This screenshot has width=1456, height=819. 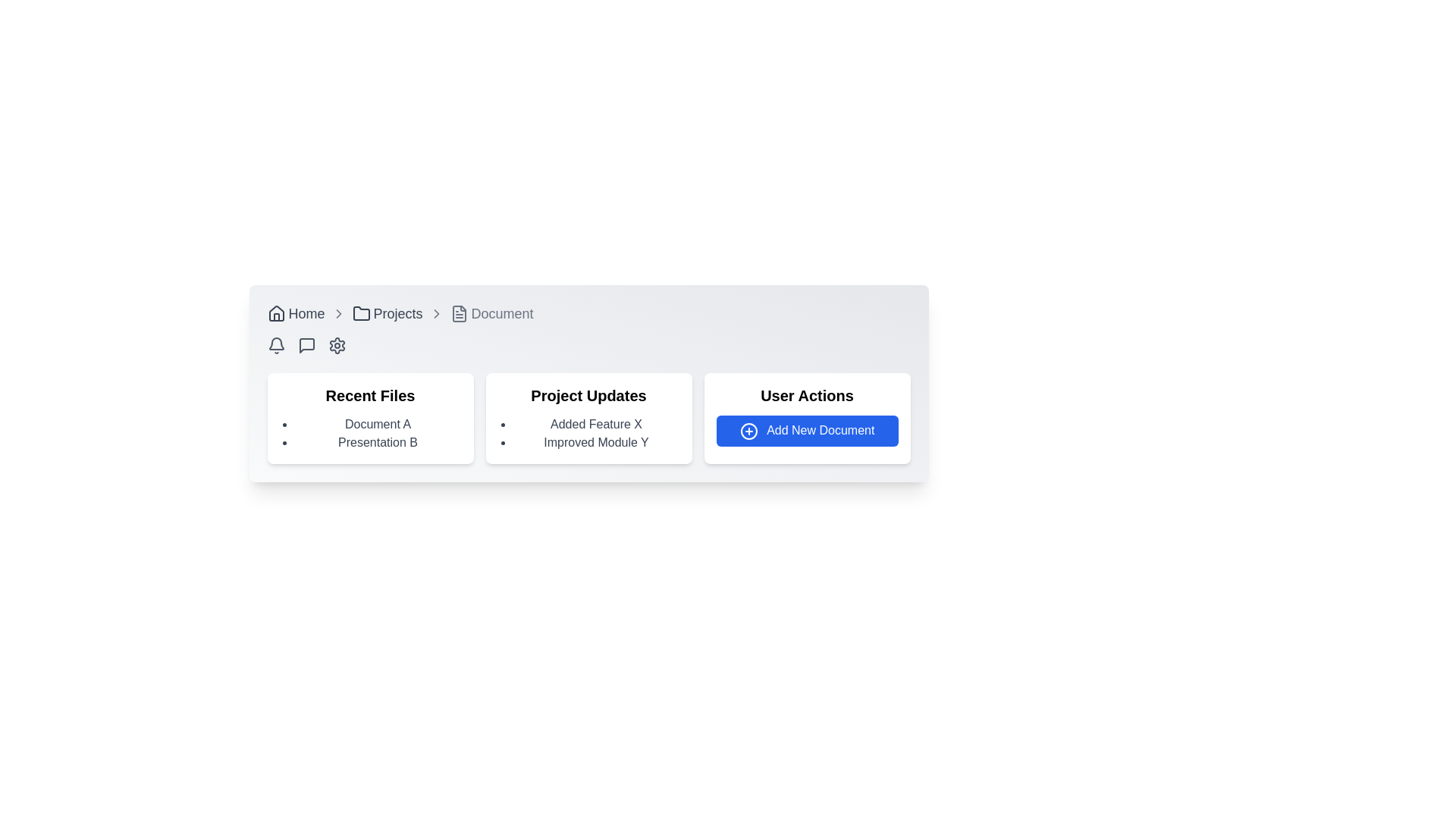 What do you see at coordinates (276, 345) in the screenshot?
I see `the notifications icon located at the top-left section of the interface, which is the second icon in the row beneath the breadcrumb navigation` at bounding box center [276, 345].